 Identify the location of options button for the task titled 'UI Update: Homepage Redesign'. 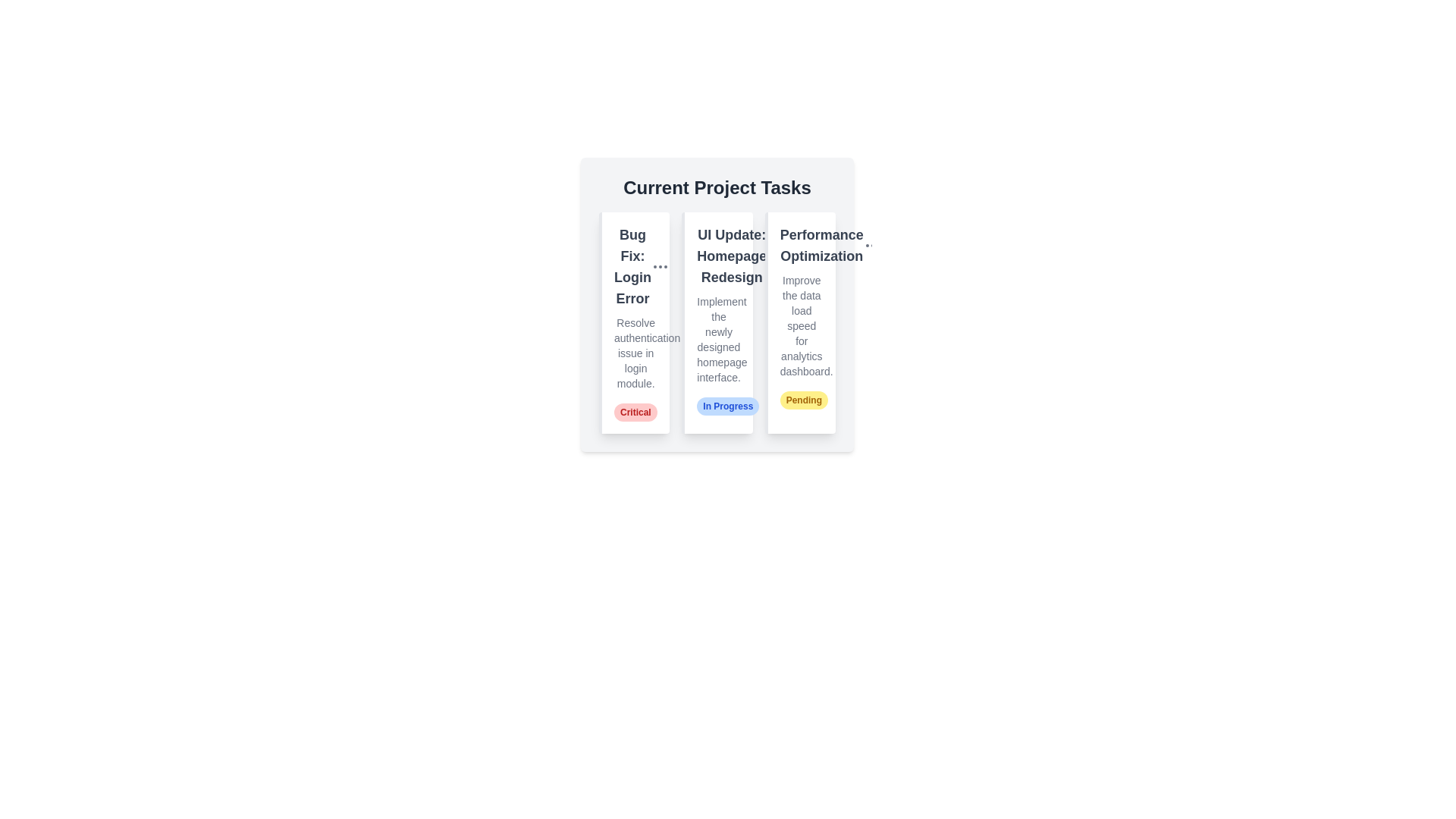
(776, 256).